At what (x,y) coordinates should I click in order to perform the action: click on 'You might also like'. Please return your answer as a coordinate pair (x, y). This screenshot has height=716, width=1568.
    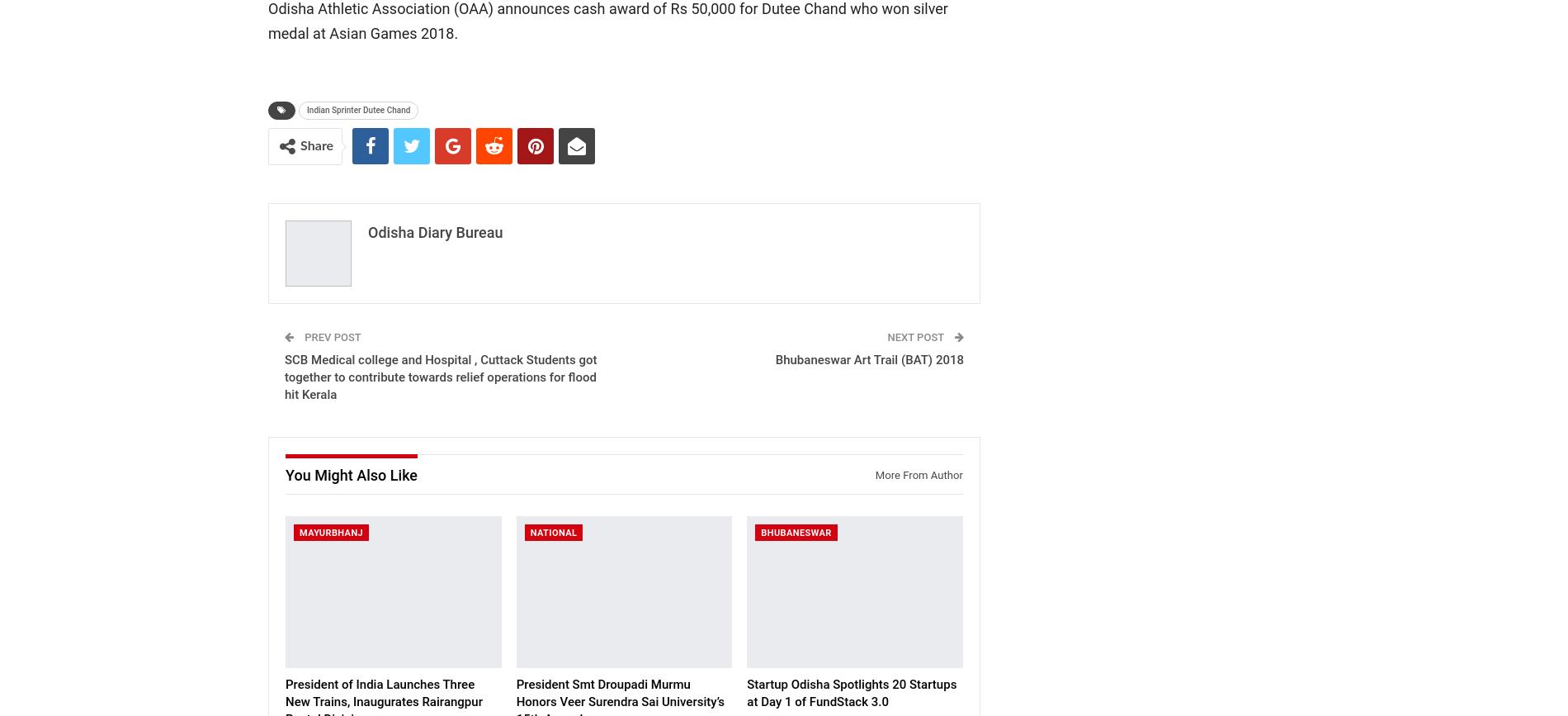
    Looking at the image, I should click on (350, 474).